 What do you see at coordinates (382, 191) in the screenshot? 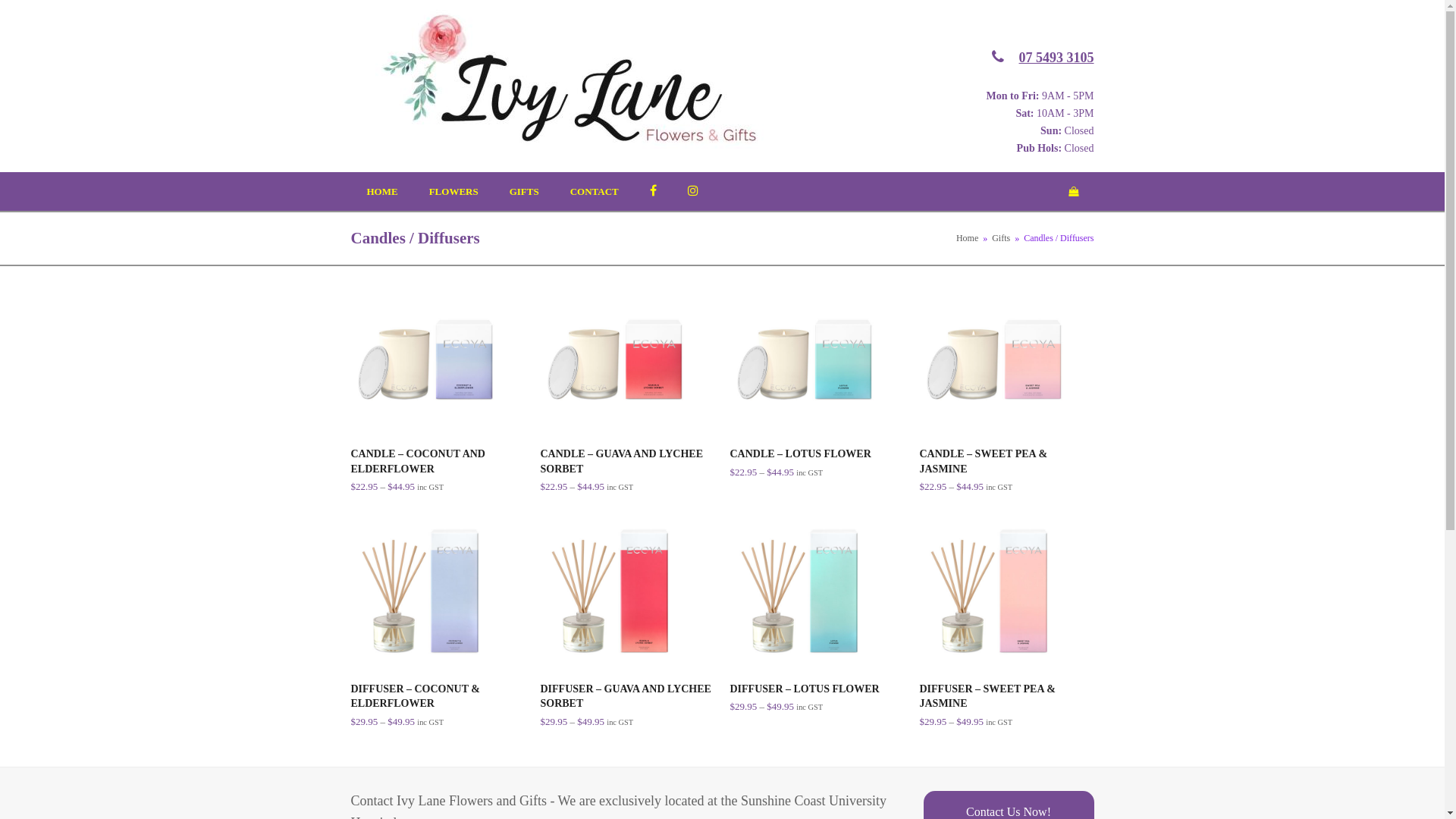
I see `'HOME'` at bounding box center [382, 191].